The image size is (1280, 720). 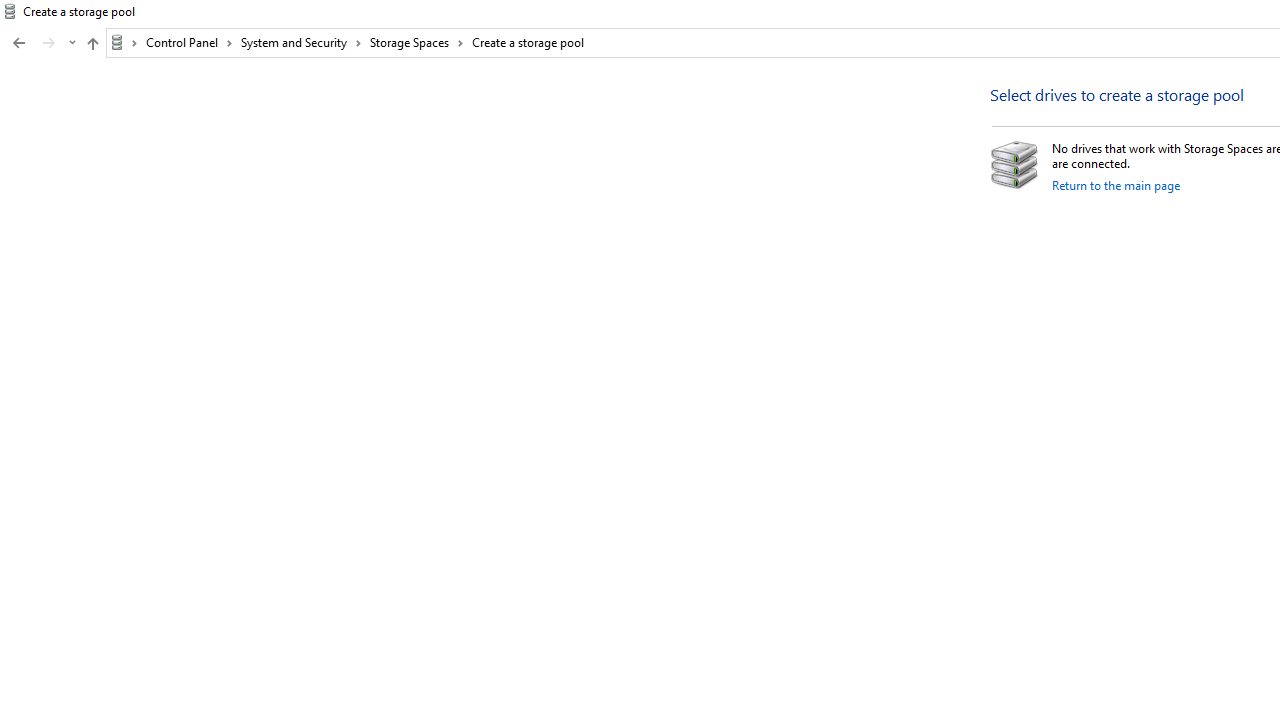 What do you see at coordinates (49, 43) in the screenshot?
I see `'Forward (Alt + Right Arrow)'` at bounding box center [49, 43].